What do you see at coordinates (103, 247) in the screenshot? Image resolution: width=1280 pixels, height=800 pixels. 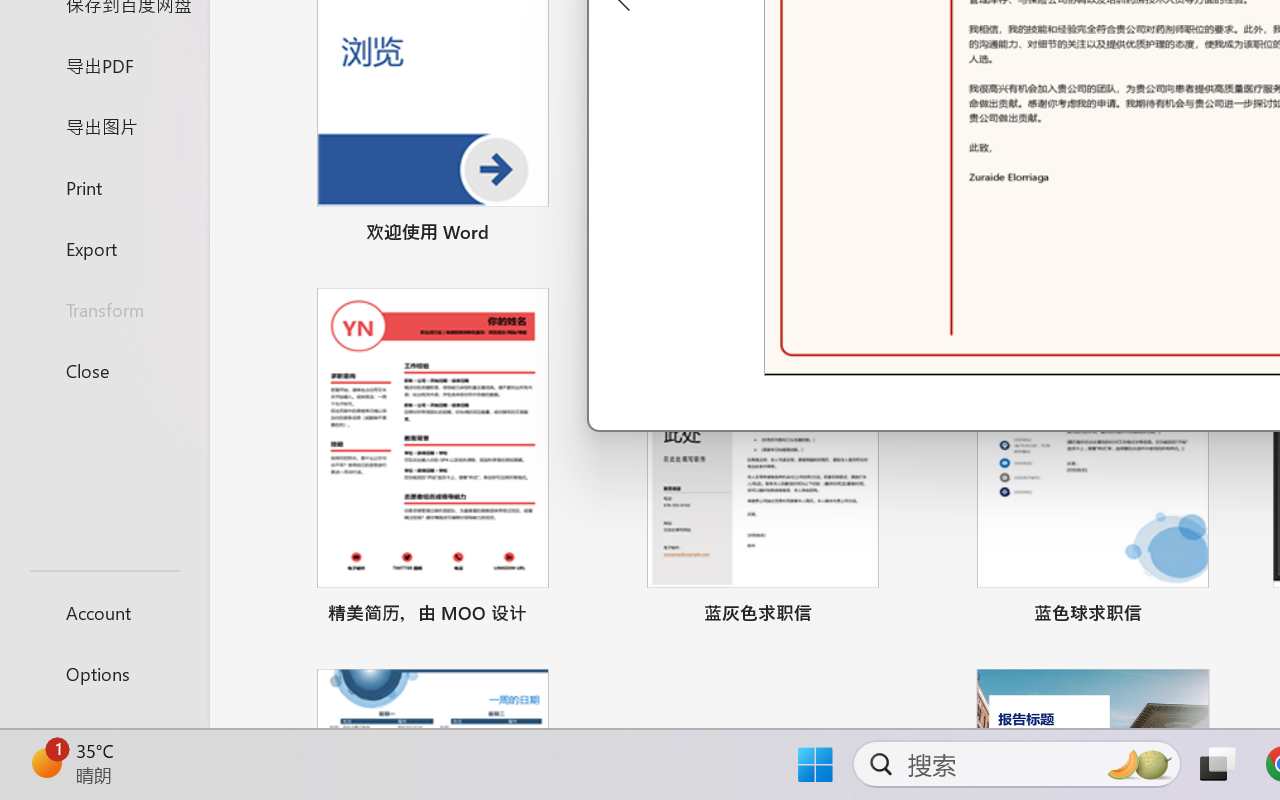 I see `'Export'` at bounding box center [103, 247].